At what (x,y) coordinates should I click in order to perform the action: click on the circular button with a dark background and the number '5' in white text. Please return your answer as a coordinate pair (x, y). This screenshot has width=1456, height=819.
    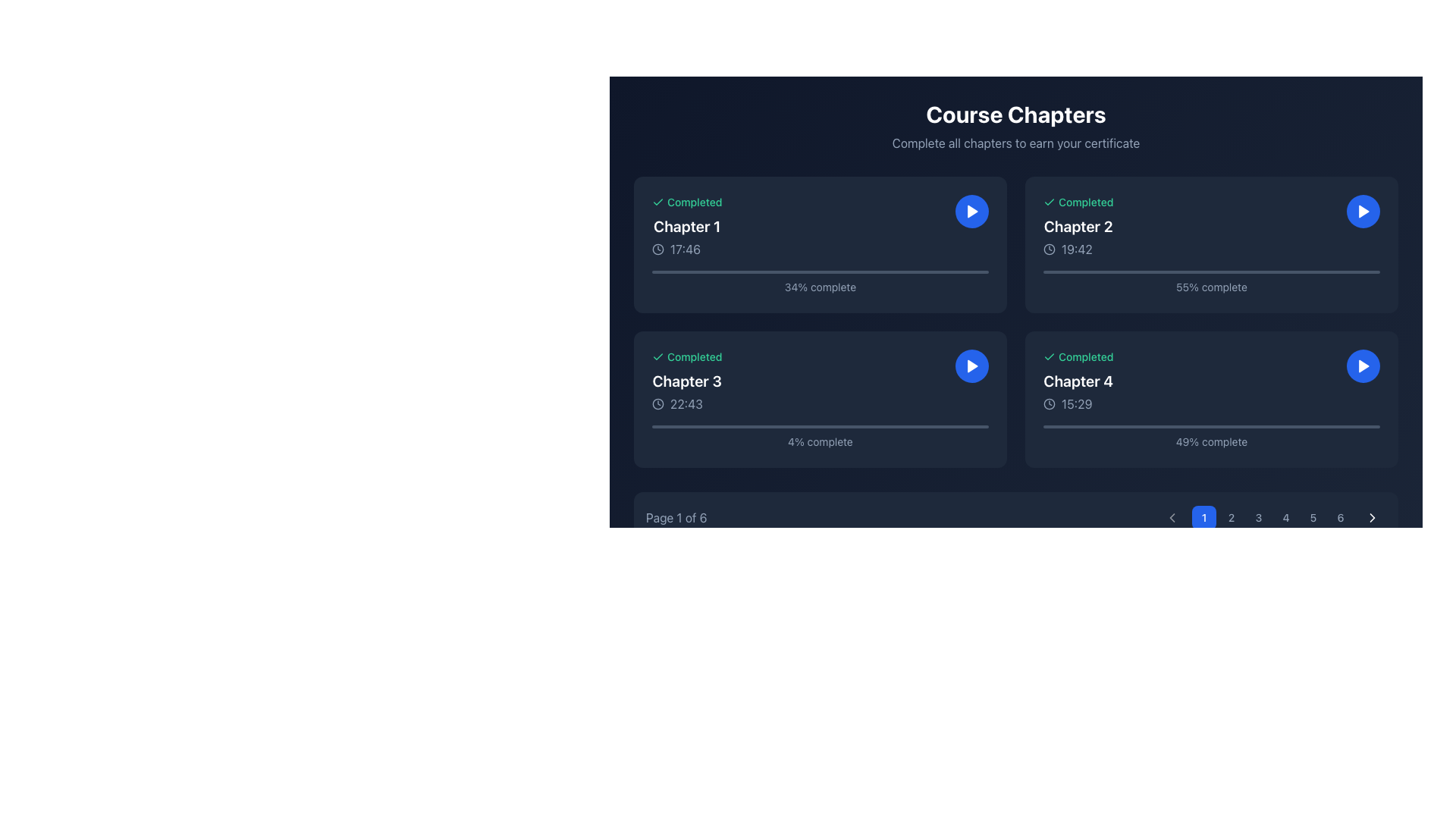
    Looking at the image, I should click on (1313, 516).